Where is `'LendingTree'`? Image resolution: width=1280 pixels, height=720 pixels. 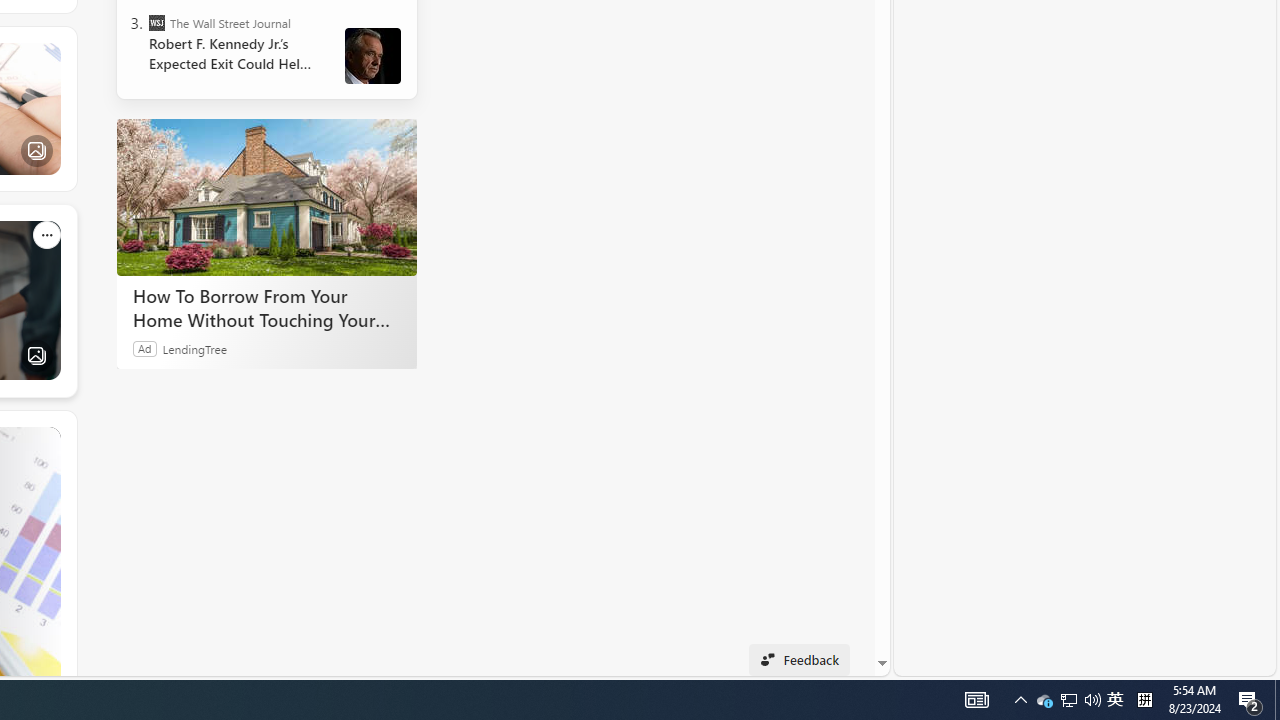 'LendingTree' is located at coordinates (195, 347).